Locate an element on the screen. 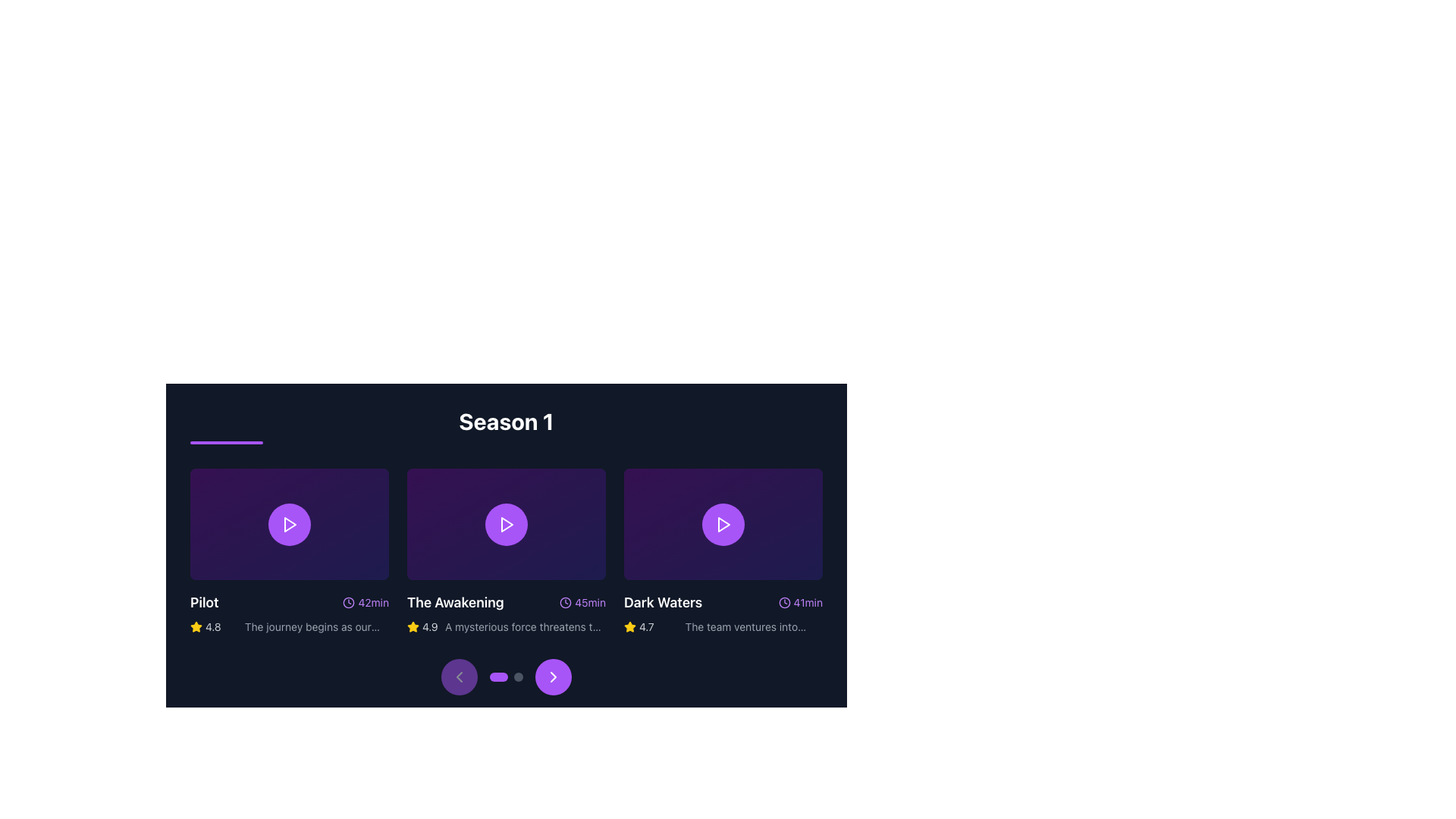 The height and width of the screenshot is (819, 1456). textual content section that provides detailed information about the episode 'Dark Waters', including title, runtime, rating, and description is located at coordinates (723, 613).